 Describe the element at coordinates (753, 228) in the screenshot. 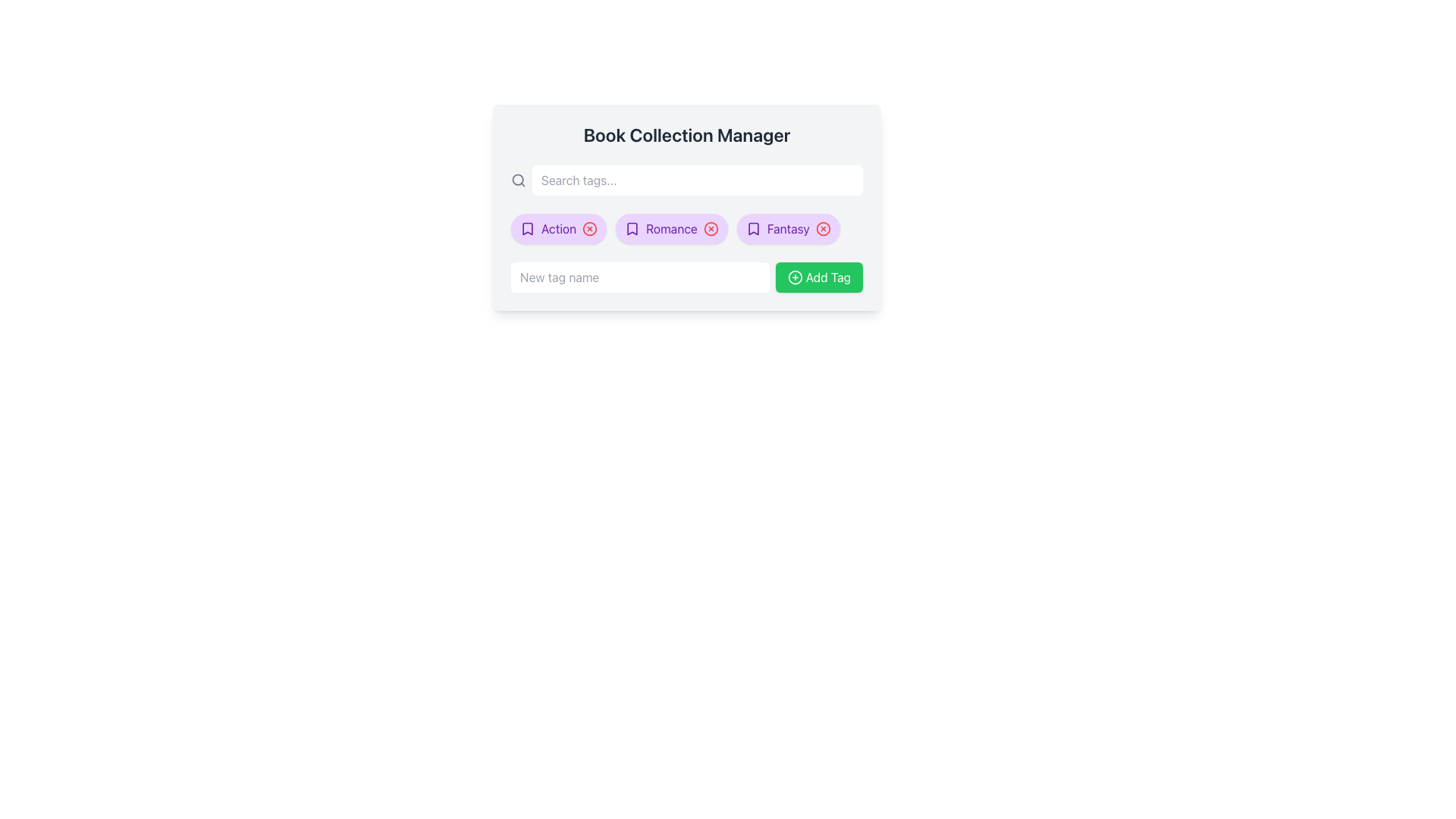

I see `the bookmark icon associated with the 'Fantasy' tag, which is located below the search bar and to the left of the tag's close button` at that location.